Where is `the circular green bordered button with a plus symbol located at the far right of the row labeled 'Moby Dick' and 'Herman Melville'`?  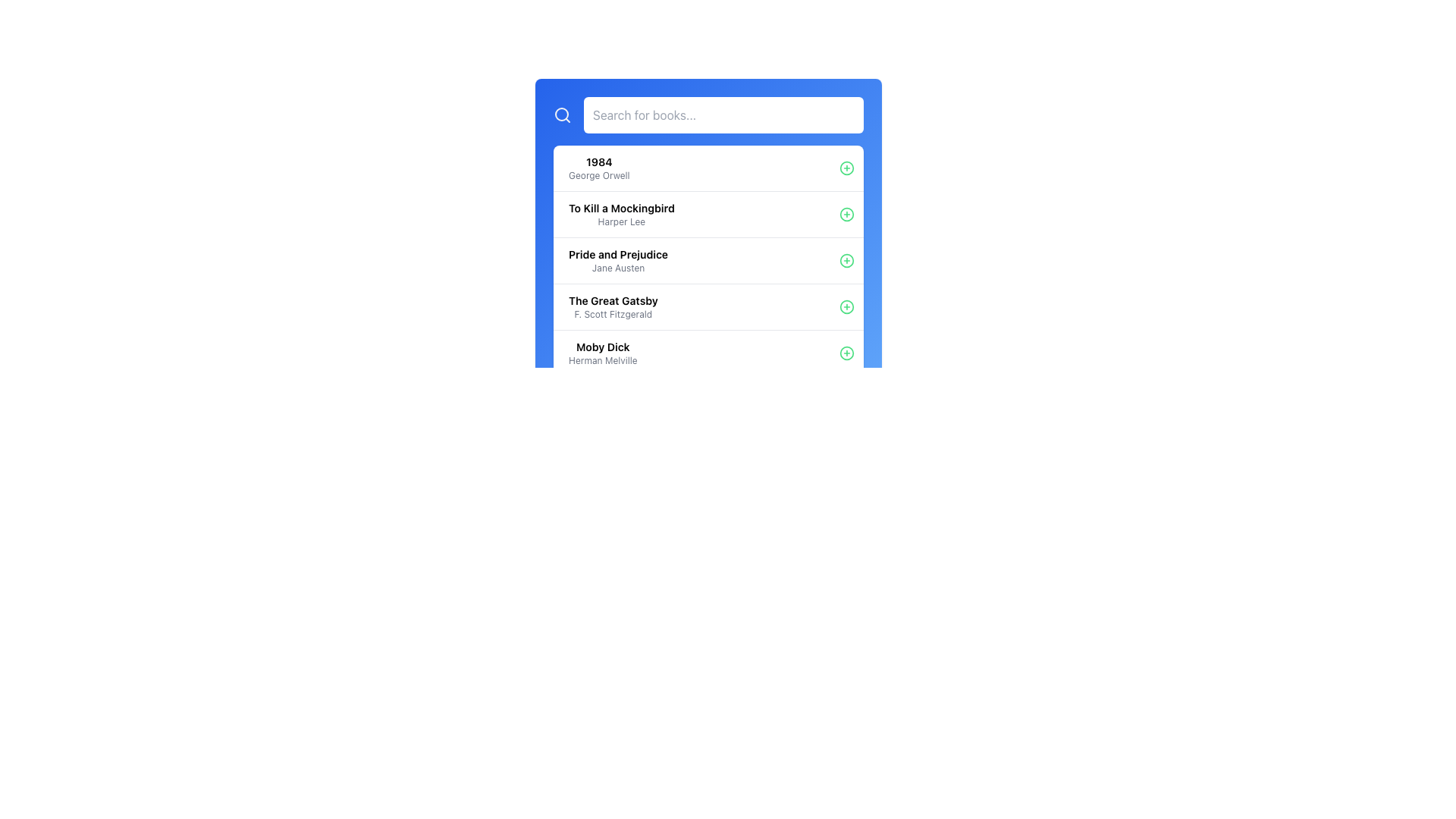
the circular green bordered button with a plus symbol located at the far right of the row labeled 'Moby Dick' and 'Herman Melville' is located at coordinates (846, 353).